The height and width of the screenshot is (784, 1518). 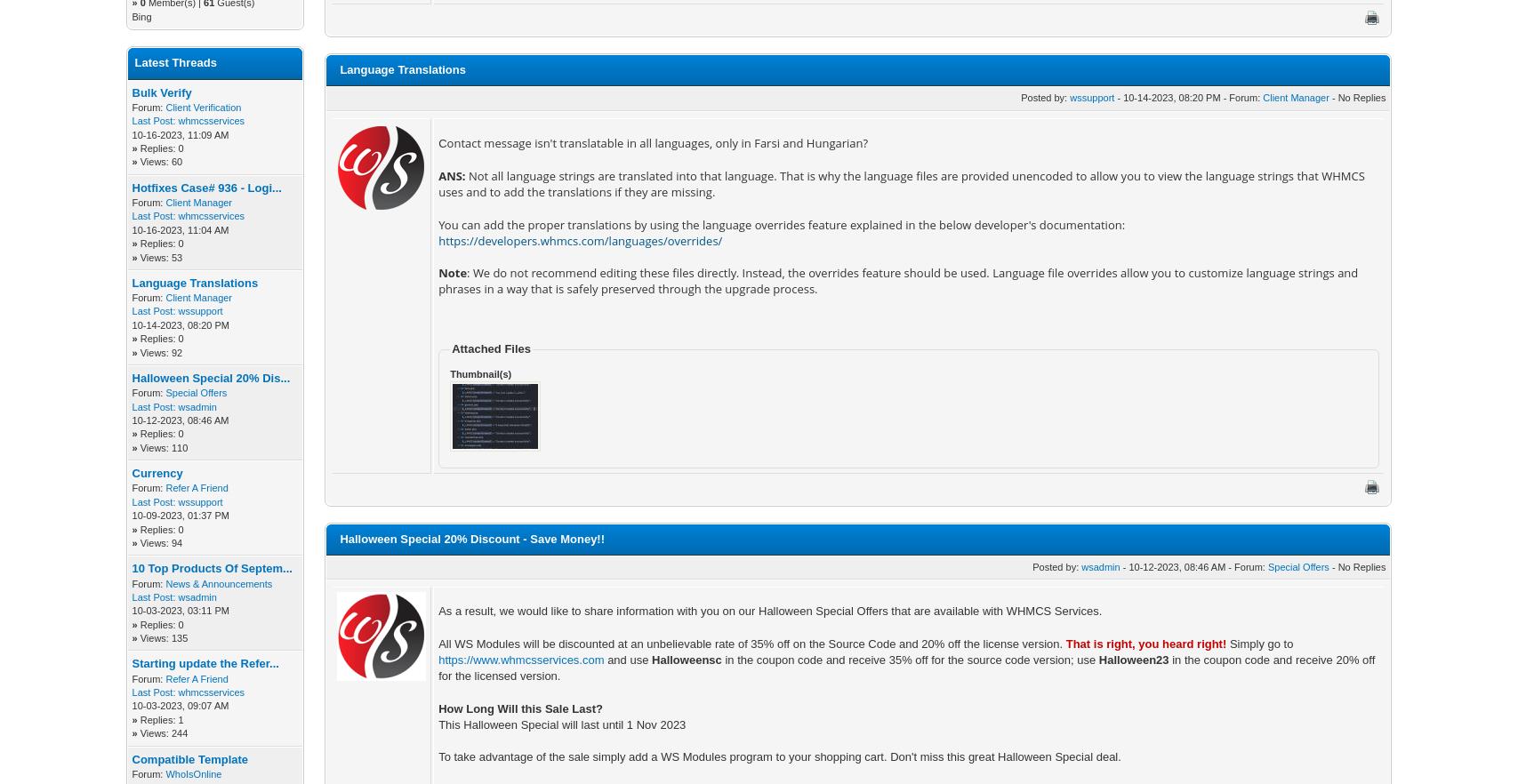 What do you see at coordinates (521, 659) in the screenshot?
I see `'https://www.whmcsservices.com'` at bounding box center [521, 659].